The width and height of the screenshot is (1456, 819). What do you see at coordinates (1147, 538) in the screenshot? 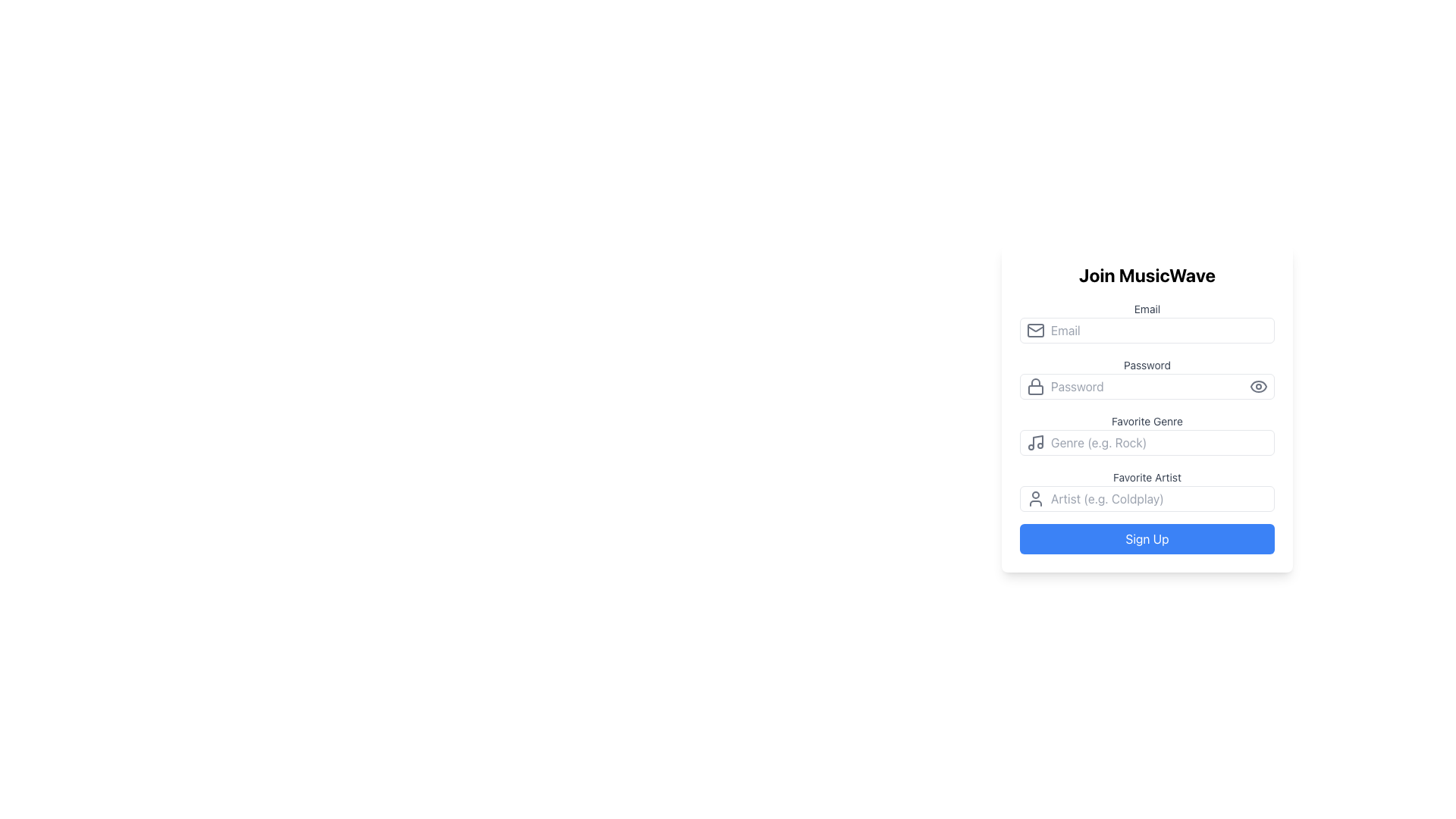
I see `the registration button located at the bottom of the form, which changes its color when hovered` at bounding box center [1147, 538].